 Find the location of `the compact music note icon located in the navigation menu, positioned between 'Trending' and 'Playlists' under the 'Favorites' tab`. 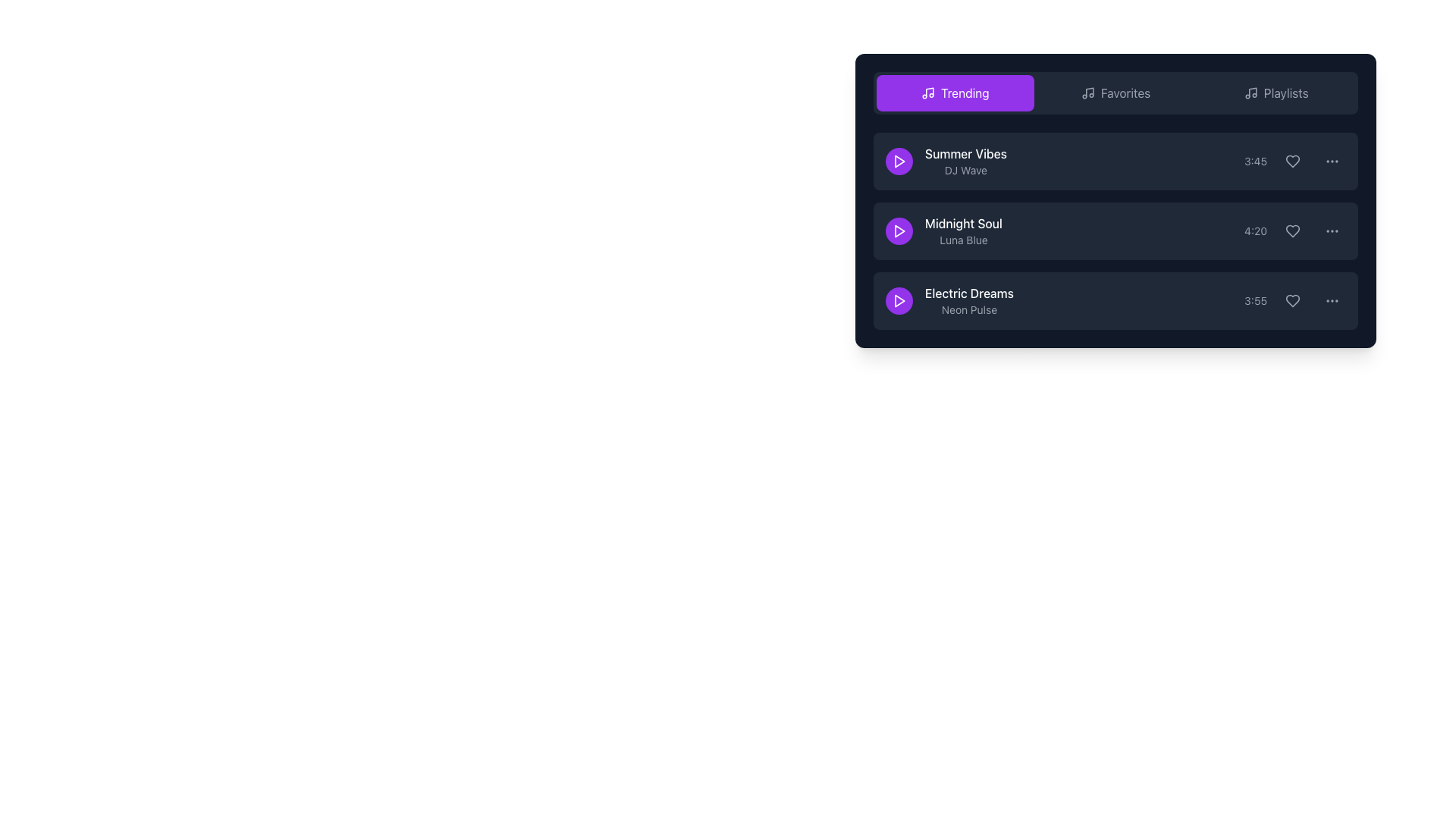

the compact music note icon located in the navigation menu, positioned between 'Trending' and 'Playlists' under the 'Favorites' tab is located at coordinates (1087, 93).